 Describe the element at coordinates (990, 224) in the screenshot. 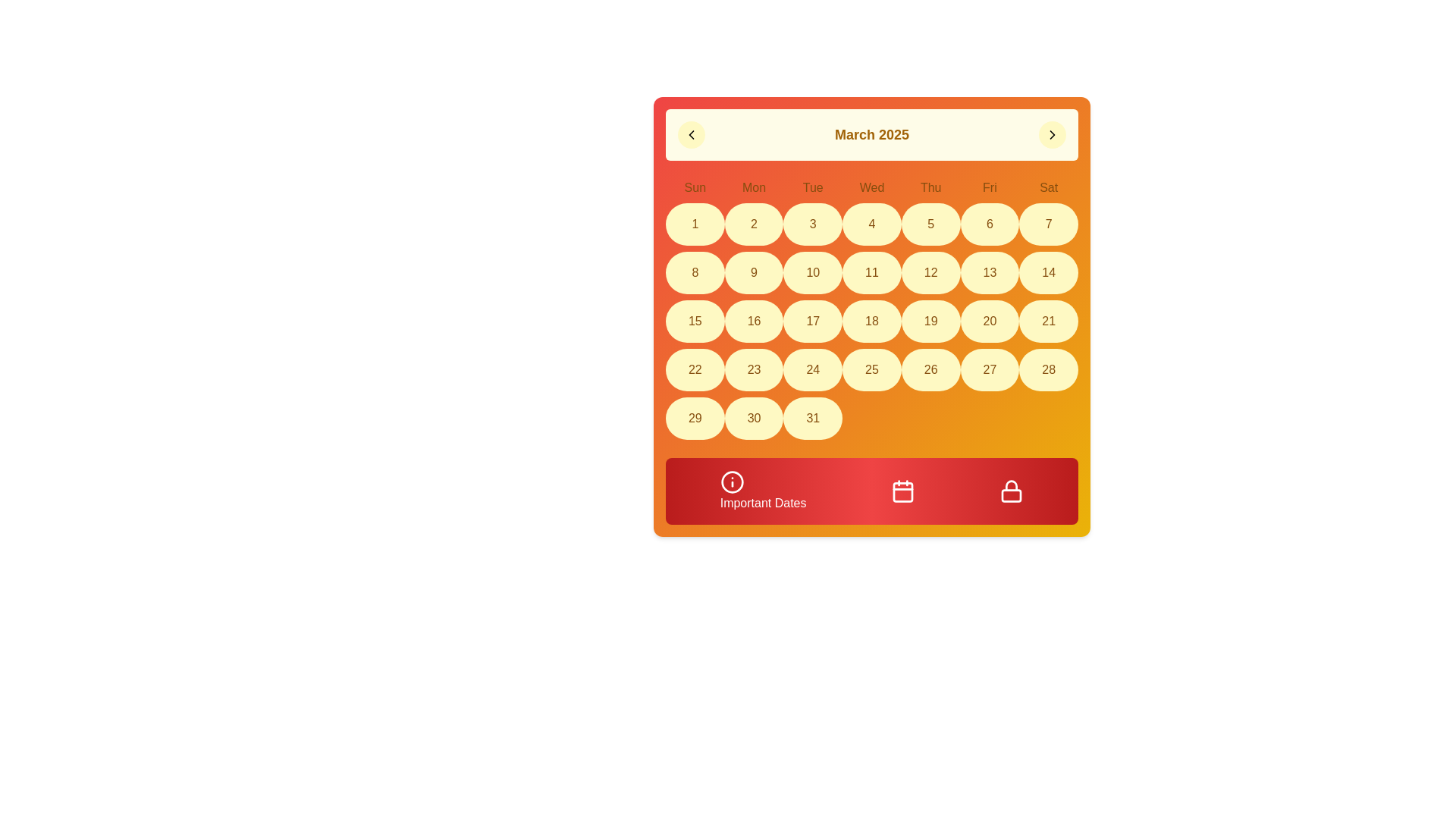

I see `the circular button with a yellow background displaying the number '6' located under the 'Fri' column in the first row of the calendar grid` at that location.